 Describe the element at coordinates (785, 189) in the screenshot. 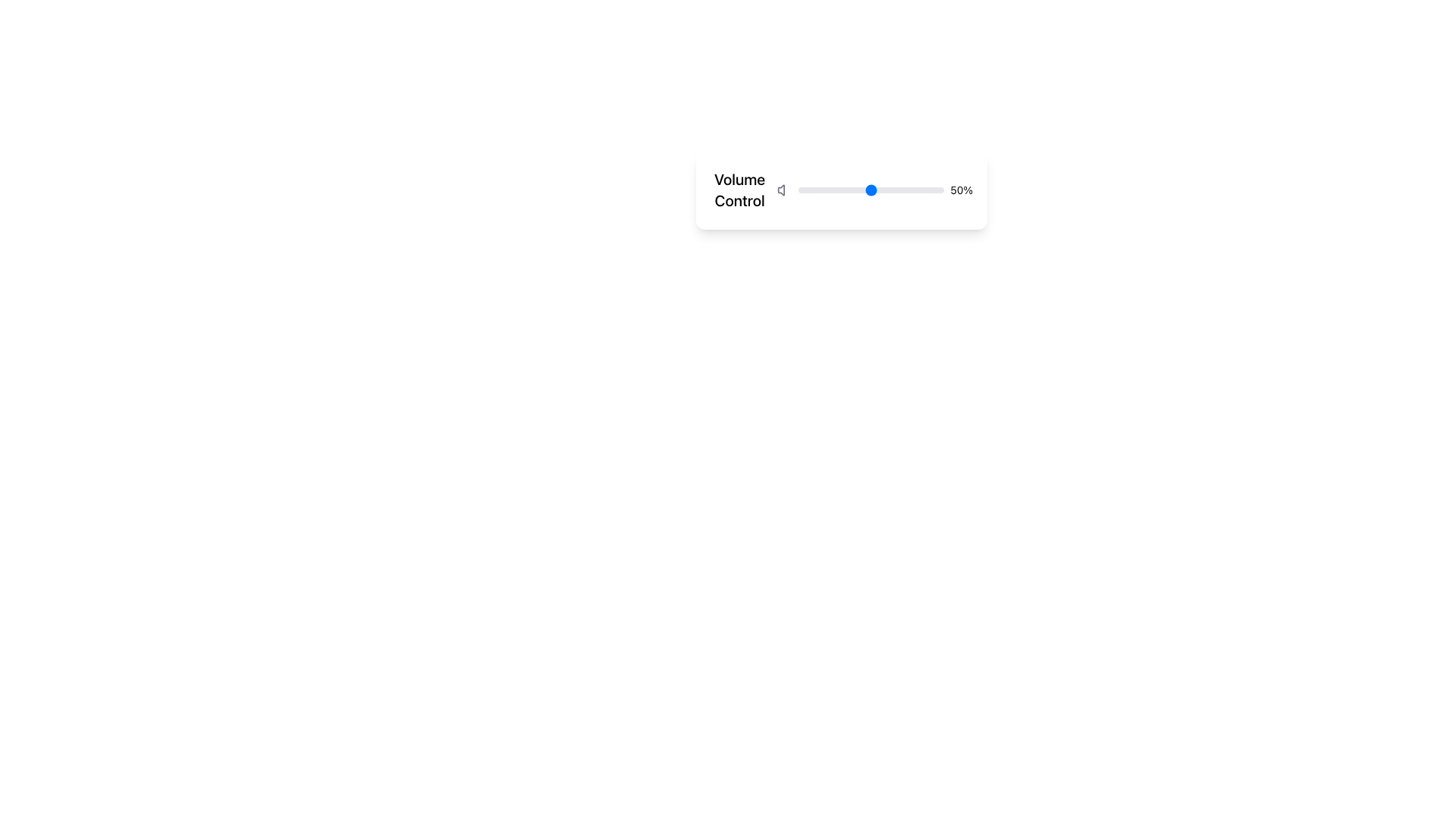

I see `the speaker icon indicating volume, which is gray and located at the leftmost part of the horizontal volume control bar` at that location.